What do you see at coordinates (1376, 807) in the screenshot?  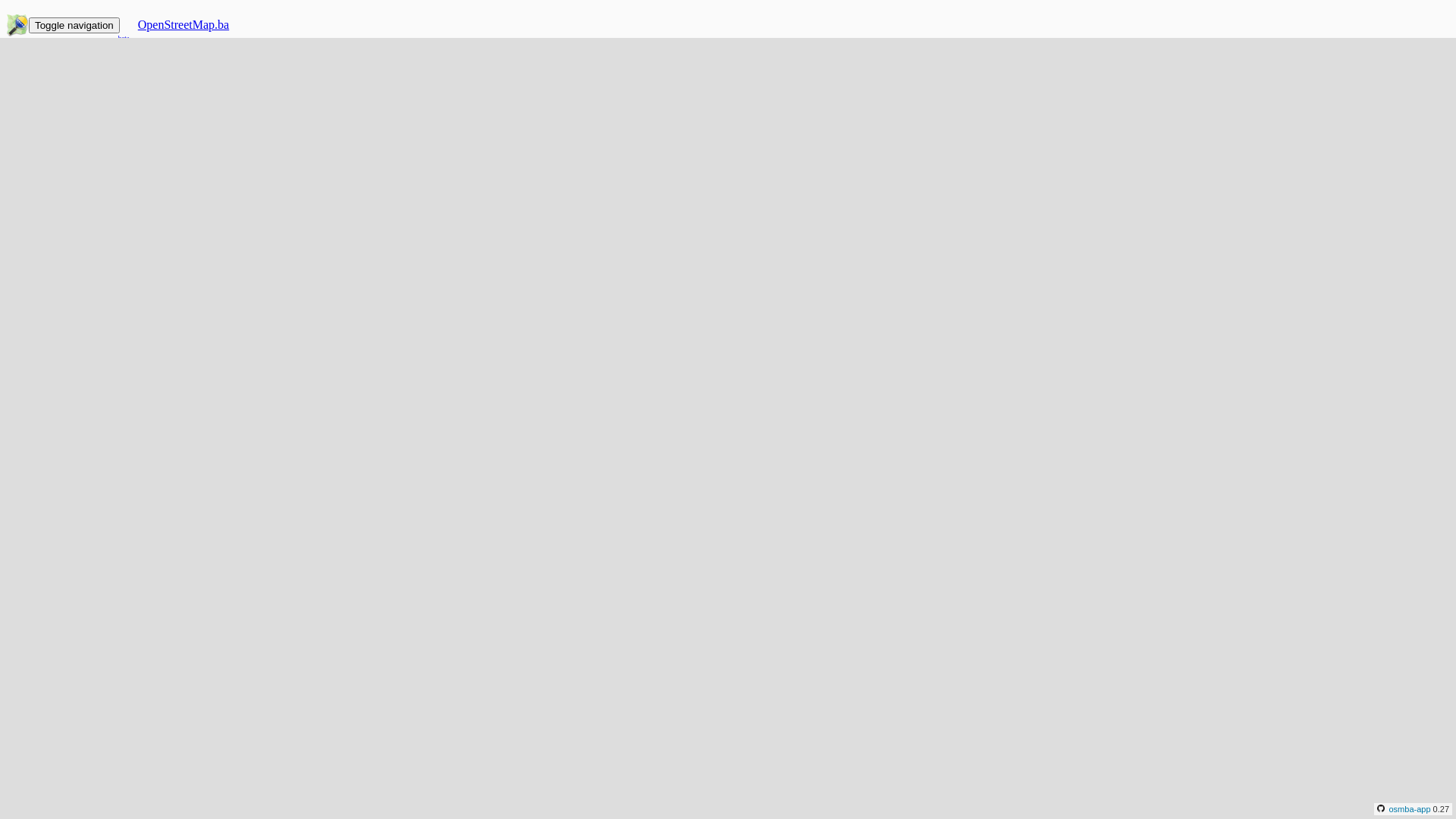 I see `'osmba-app'` at bounding box center [1376, 807].